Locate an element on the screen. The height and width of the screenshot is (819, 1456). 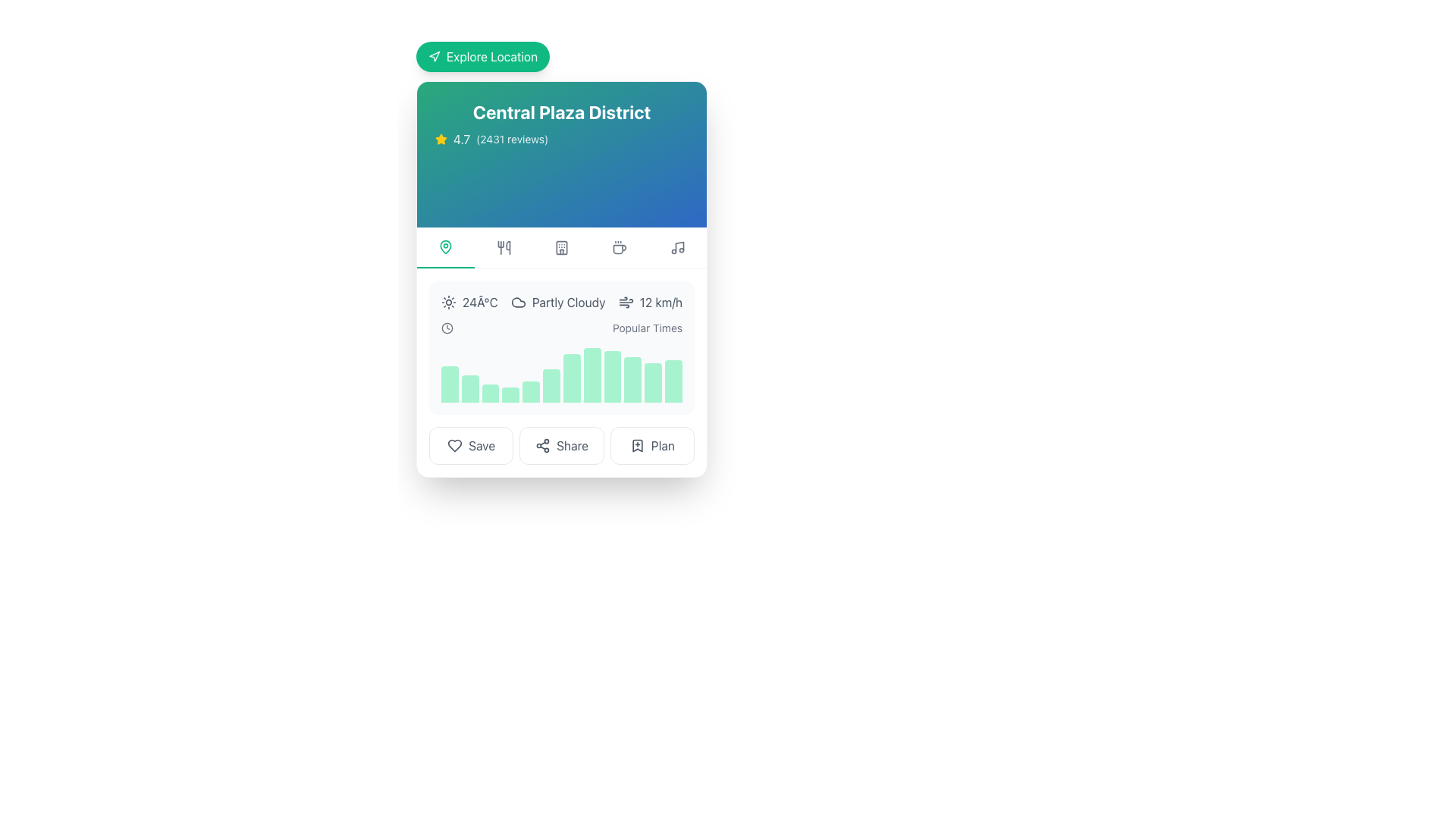
the pin icon located in the horizontal navigation bar under the title 'Central Plaza District' is located at coordinates (445, 247).